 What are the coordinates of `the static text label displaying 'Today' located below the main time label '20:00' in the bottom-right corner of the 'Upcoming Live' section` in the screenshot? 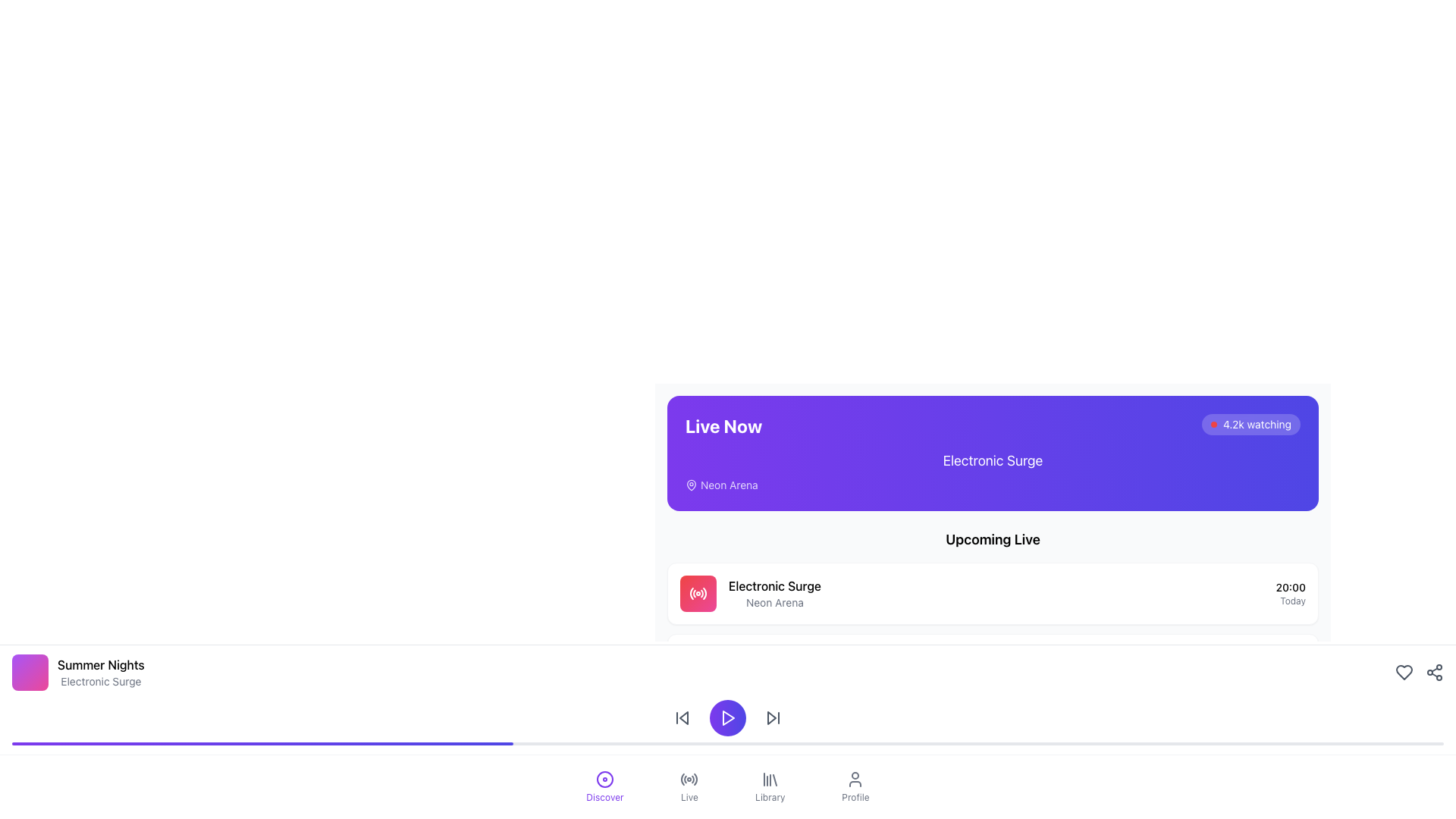 It's located at (1290, 601).